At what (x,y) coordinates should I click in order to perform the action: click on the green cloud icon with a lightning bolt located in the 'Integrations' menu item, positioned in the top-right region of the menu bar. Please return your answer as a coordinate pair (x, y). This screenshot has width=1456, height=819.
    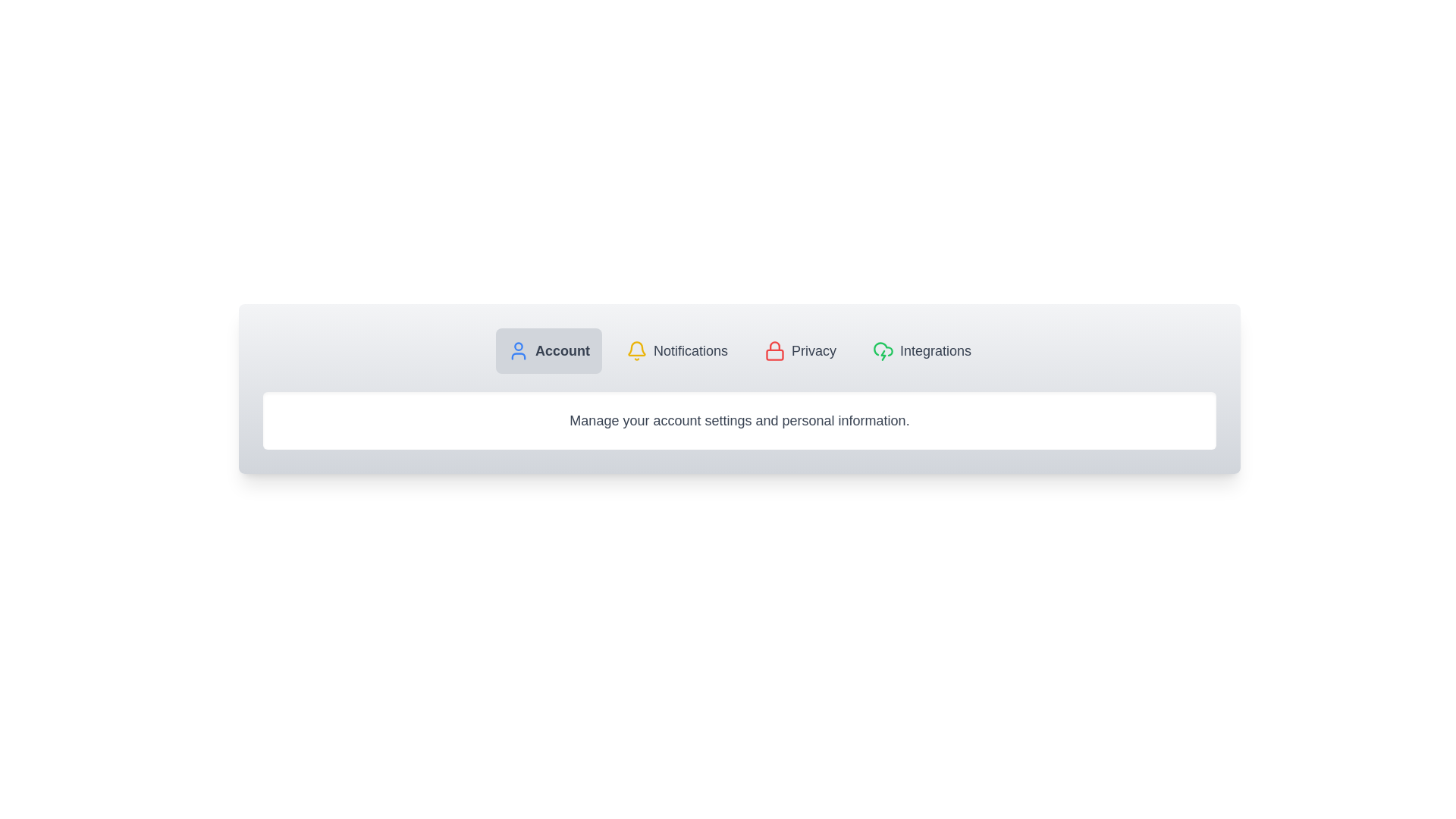
    Looking at the image, I should click on (883, 350).